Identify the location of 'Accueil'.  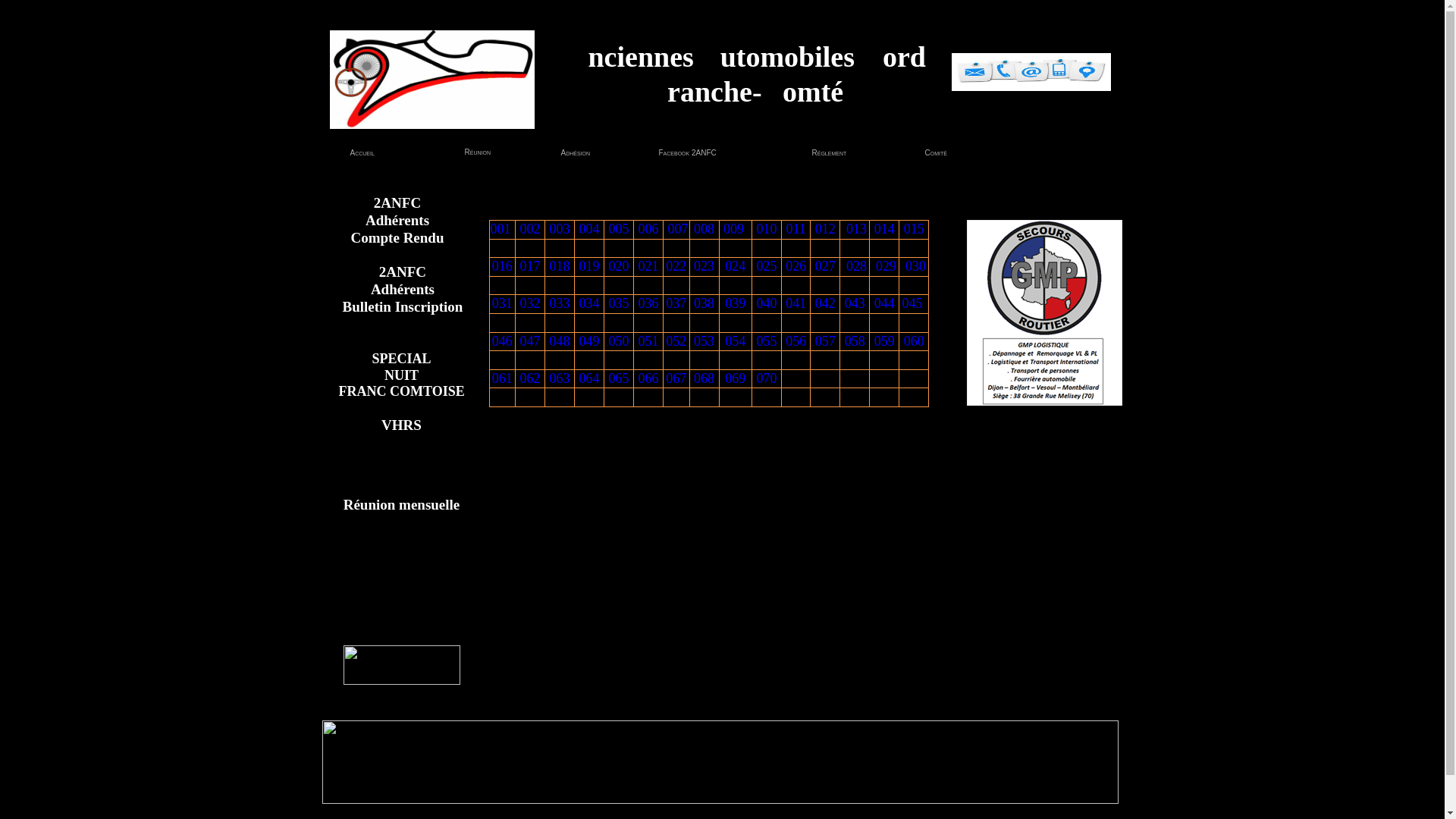
(362, 152).